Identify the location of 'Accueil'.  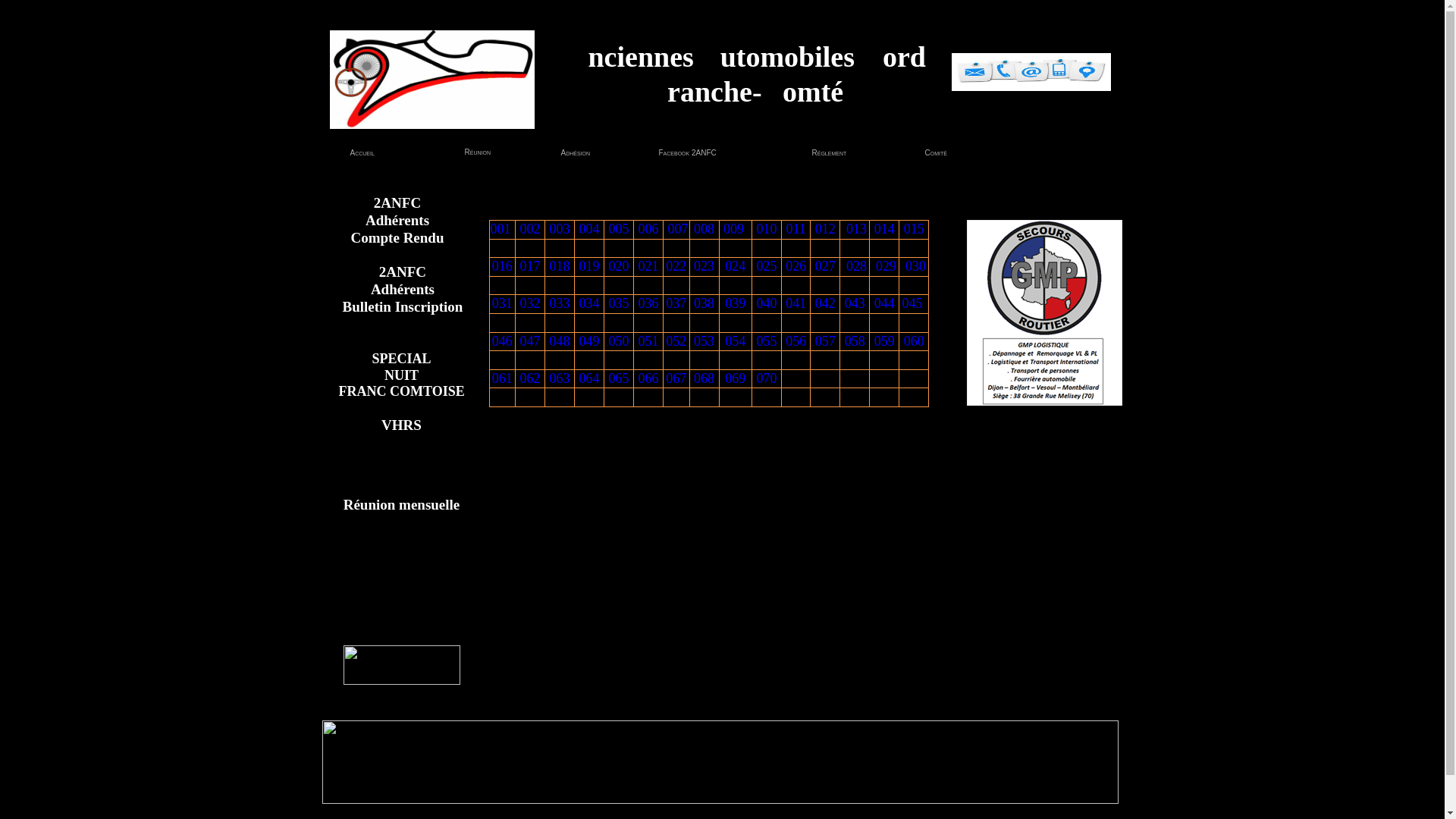
(362, 152).